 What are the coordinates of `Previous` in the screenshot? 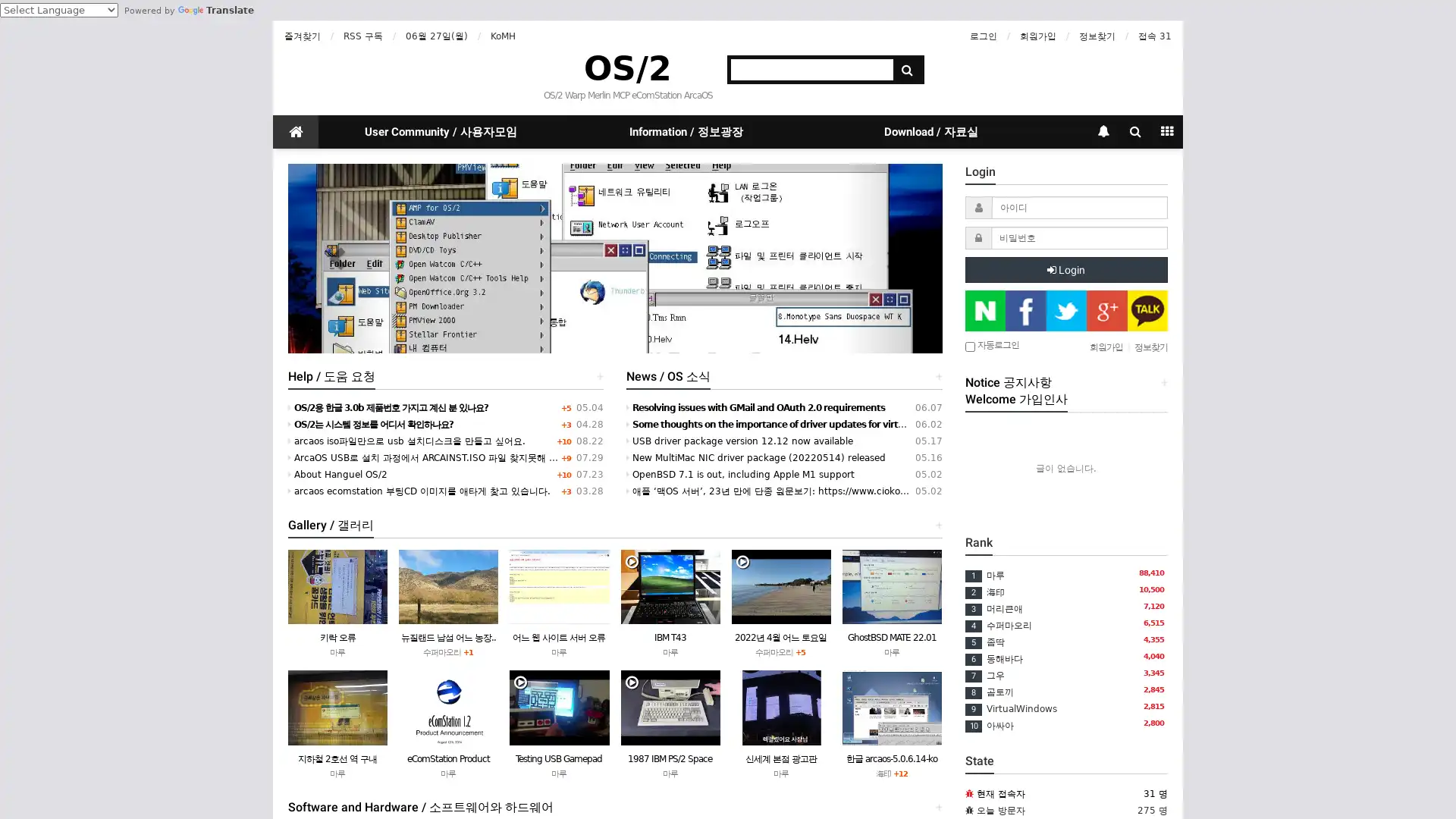 It's located at (336, 257).